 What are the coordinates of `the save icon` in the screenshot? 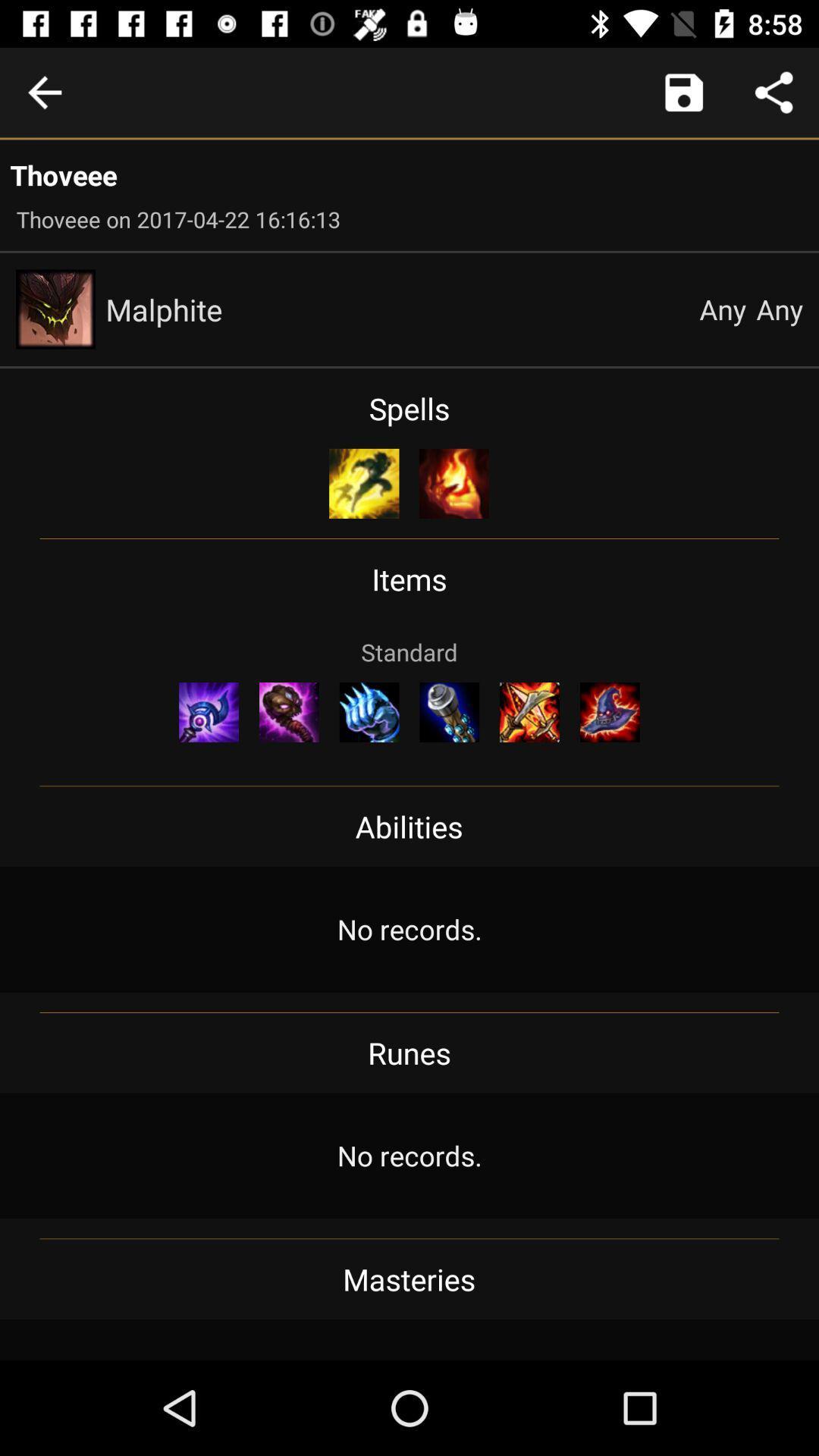 It's located at (684, 92).